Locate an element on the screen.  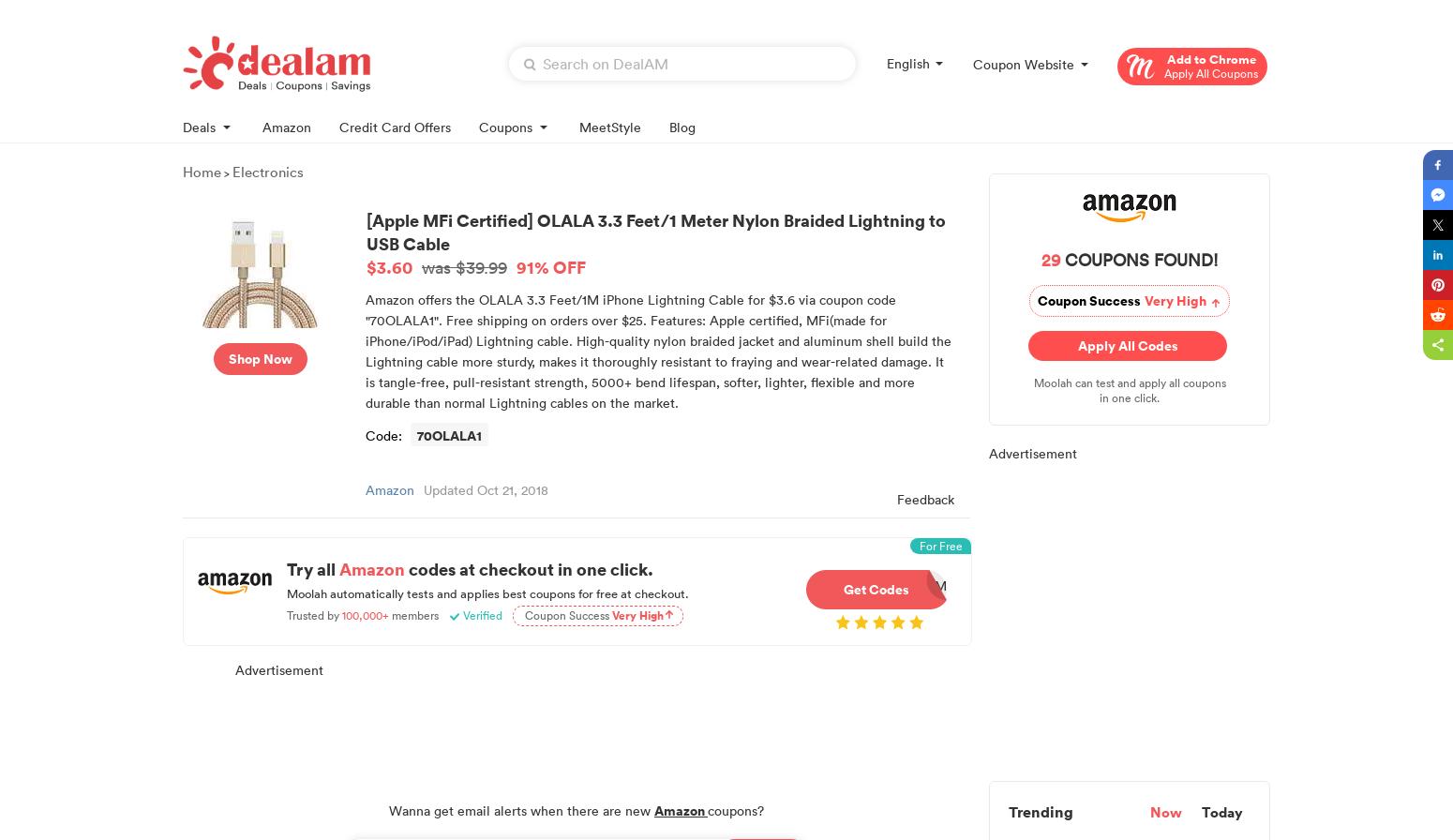
'91% OFF' is located at coordinates (551, 266).